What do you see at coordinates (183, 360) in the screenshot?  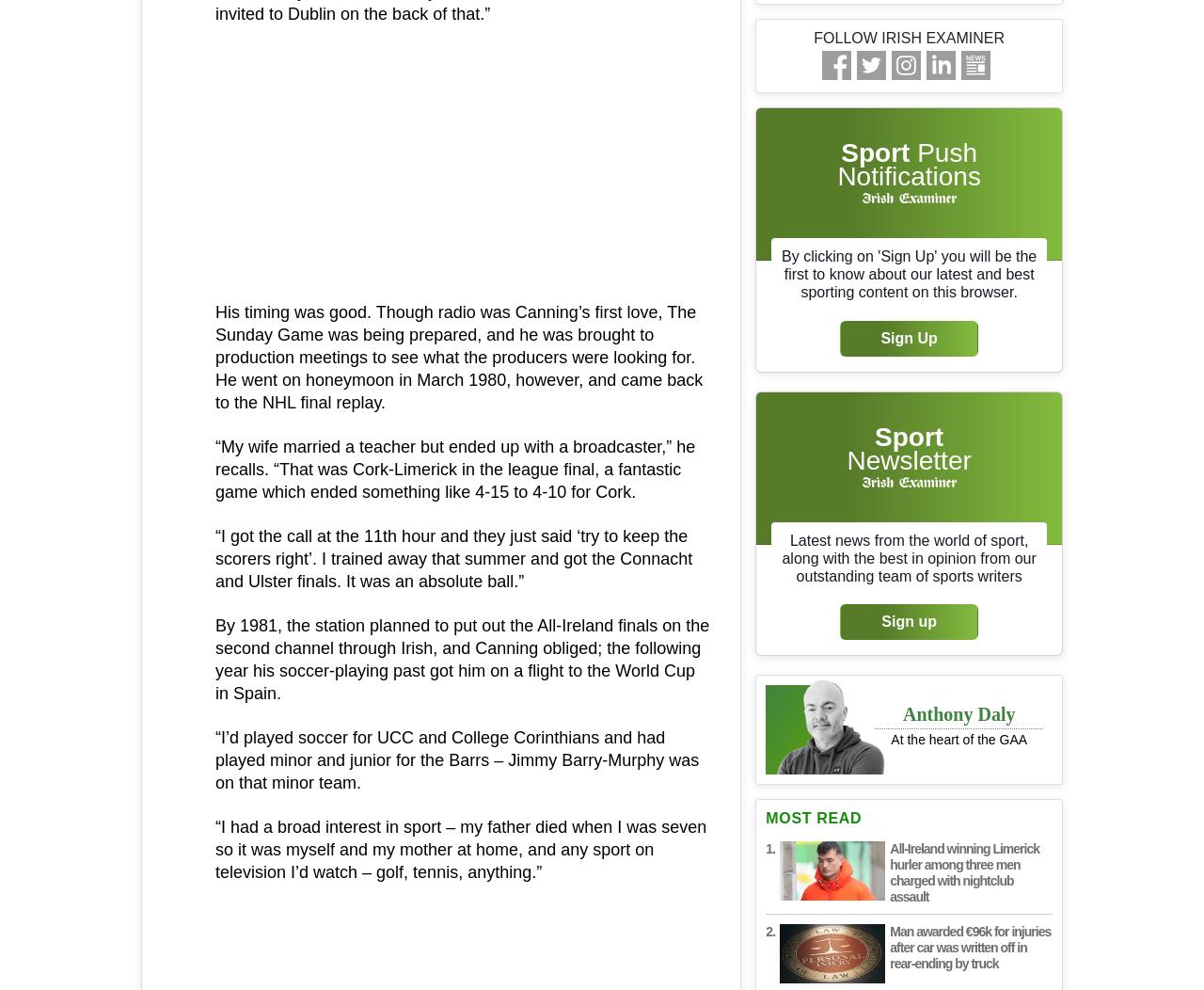 I see `'Harry’s High Court claim against Mail publisher can continue, UK judge rules'` at bounding box center [183, 360].